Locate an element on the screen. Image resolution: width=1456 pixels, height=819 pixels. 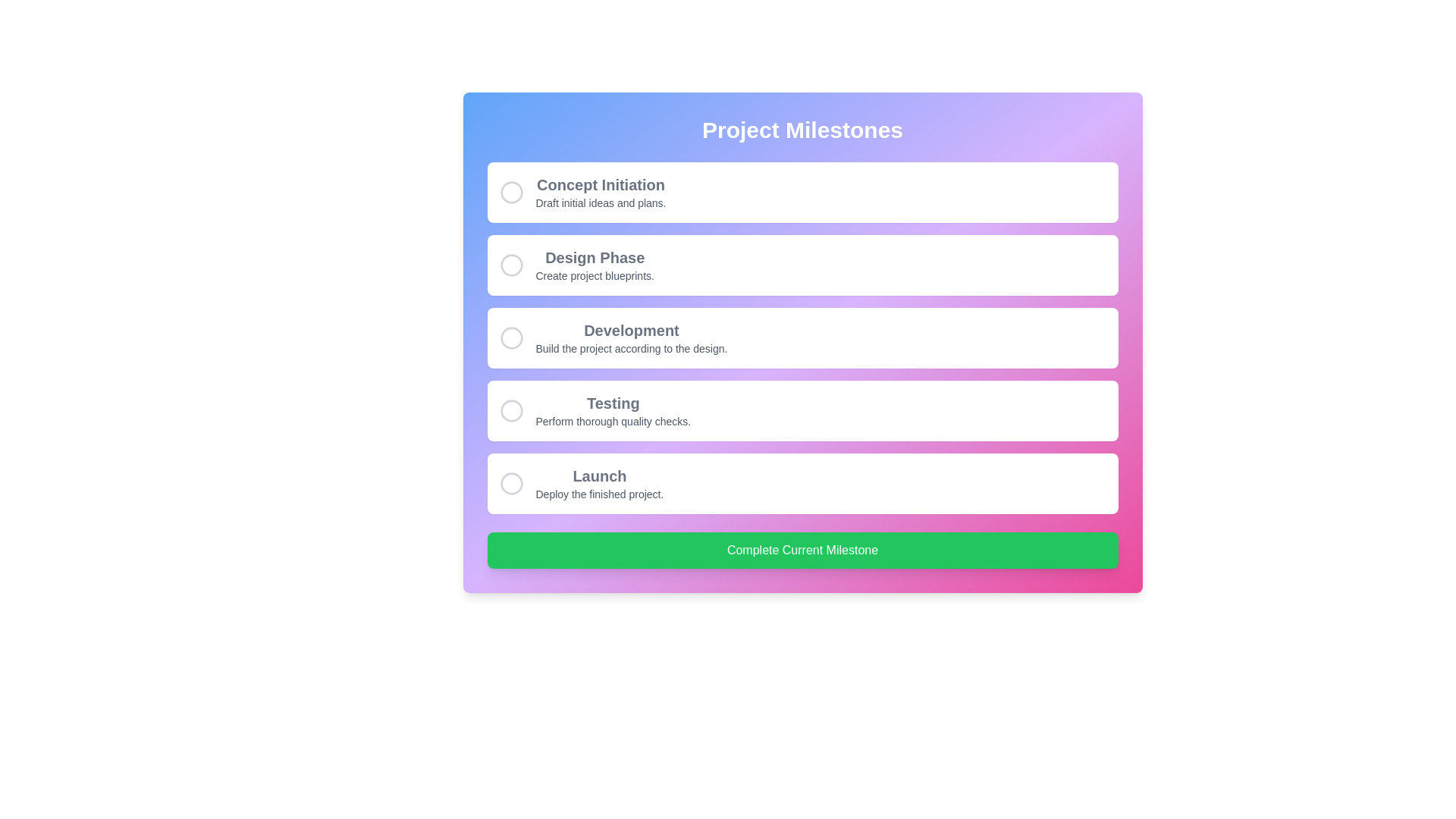
the text element that describes the 'Concept Initiation' phase, located under the header 'Concept Initiation' in the first section of a vertical list layout is located at coordinates (600, 202).